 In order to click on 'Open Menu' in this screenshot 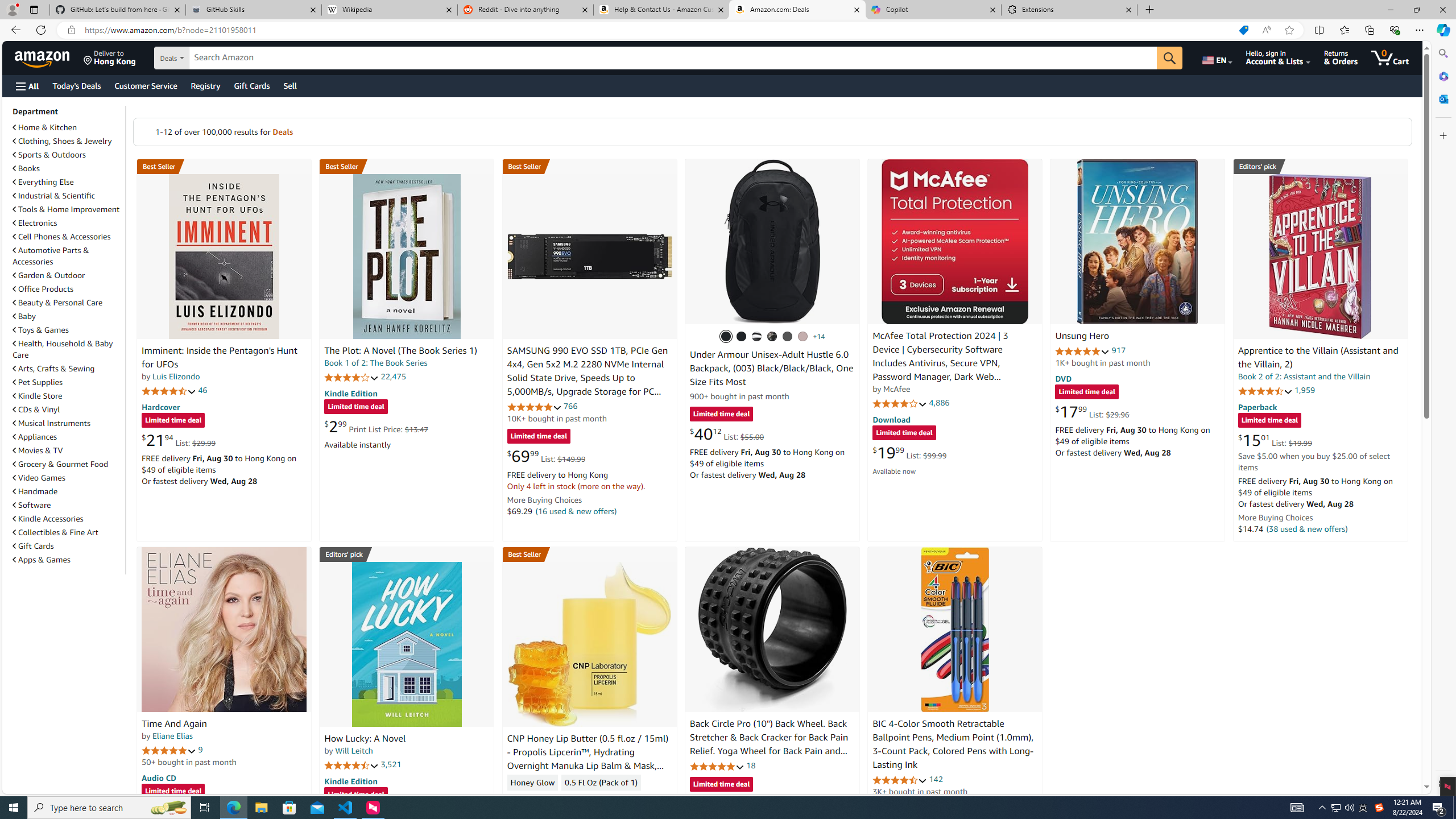, I will do `click(26, 85)`.